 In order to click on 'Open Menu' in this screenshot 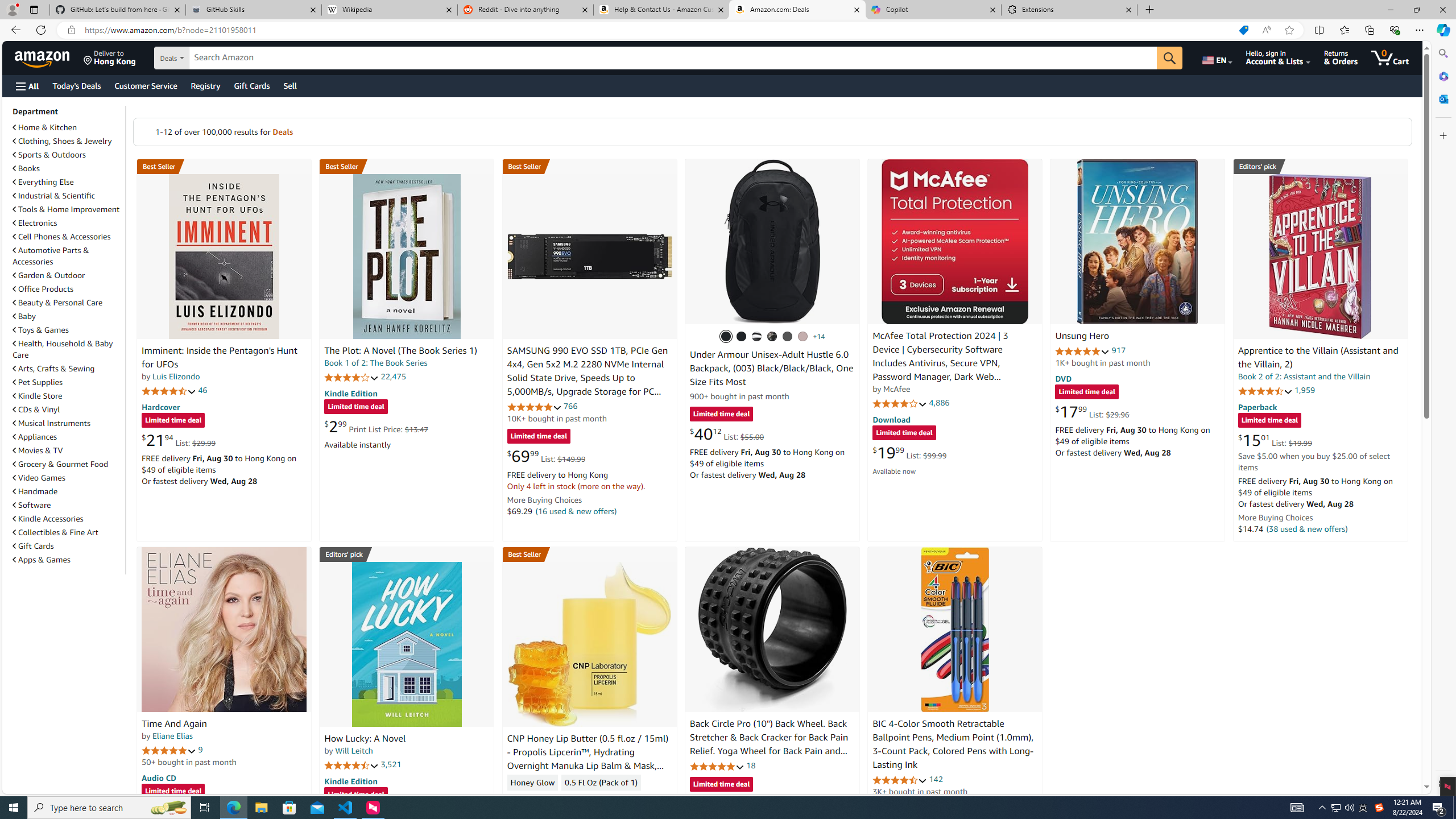, I will do `click(26, 85)`.